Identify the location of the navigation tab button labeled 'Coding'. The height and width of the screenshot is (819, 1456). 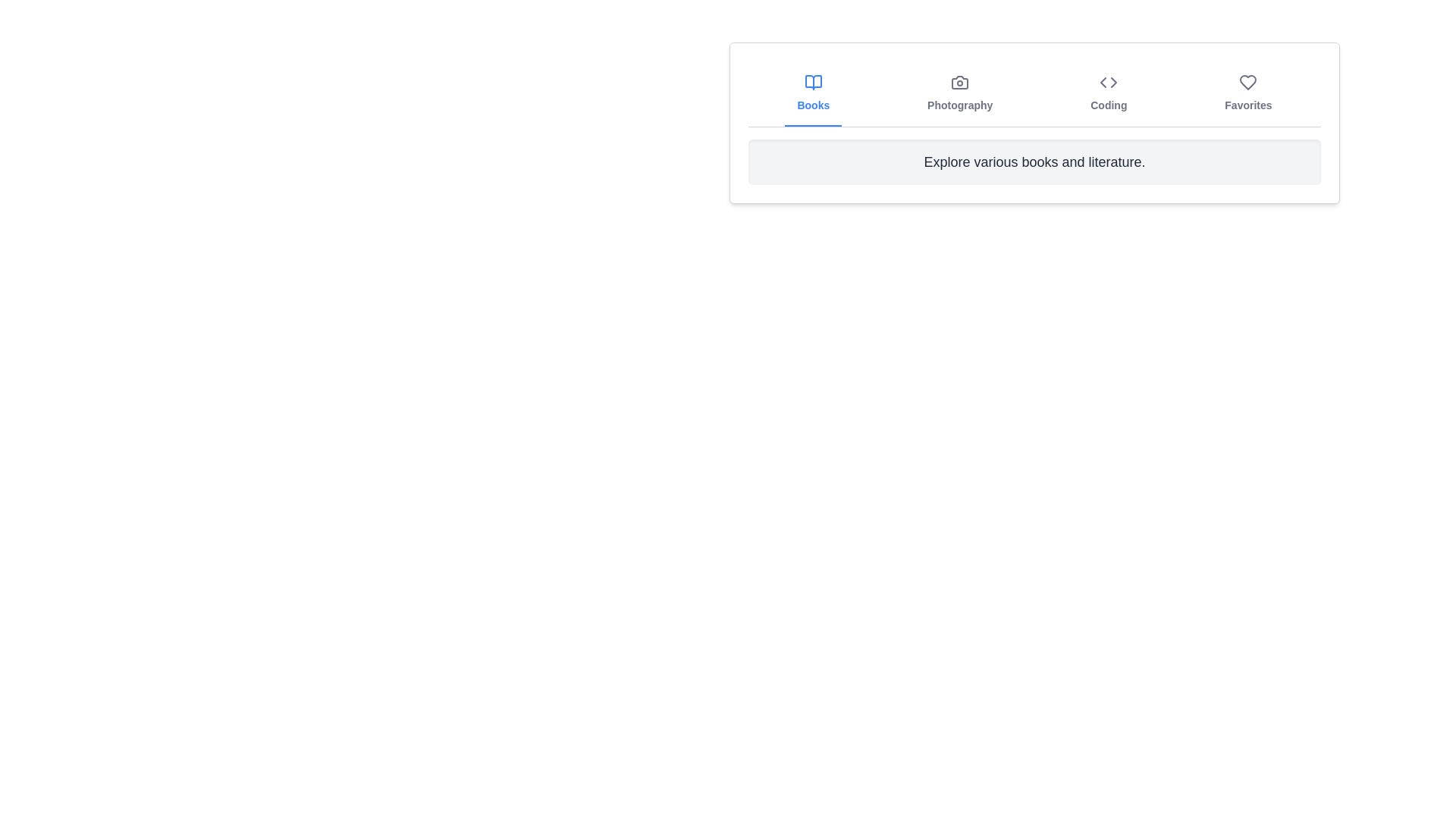
(1109, 93).